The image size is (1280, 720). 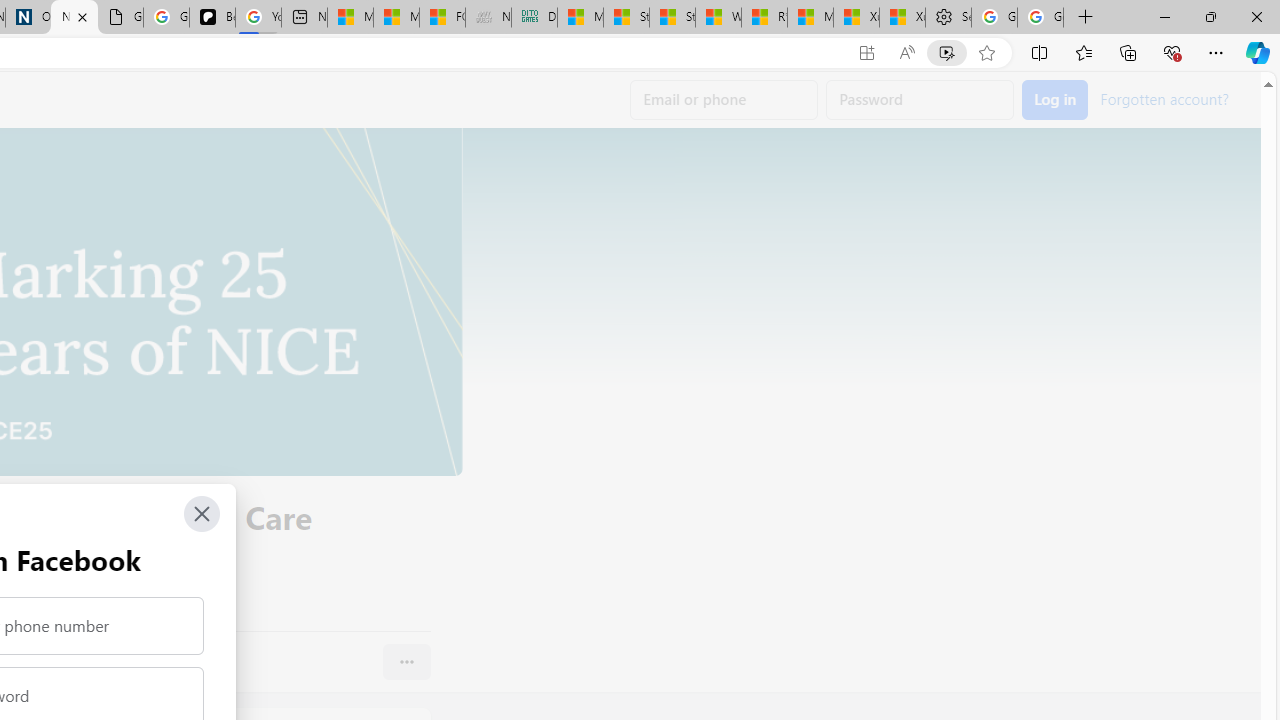 I want to click on 'Google Analytics Opt-out Browser Add-on Download Page', so click(x=119, y=17).